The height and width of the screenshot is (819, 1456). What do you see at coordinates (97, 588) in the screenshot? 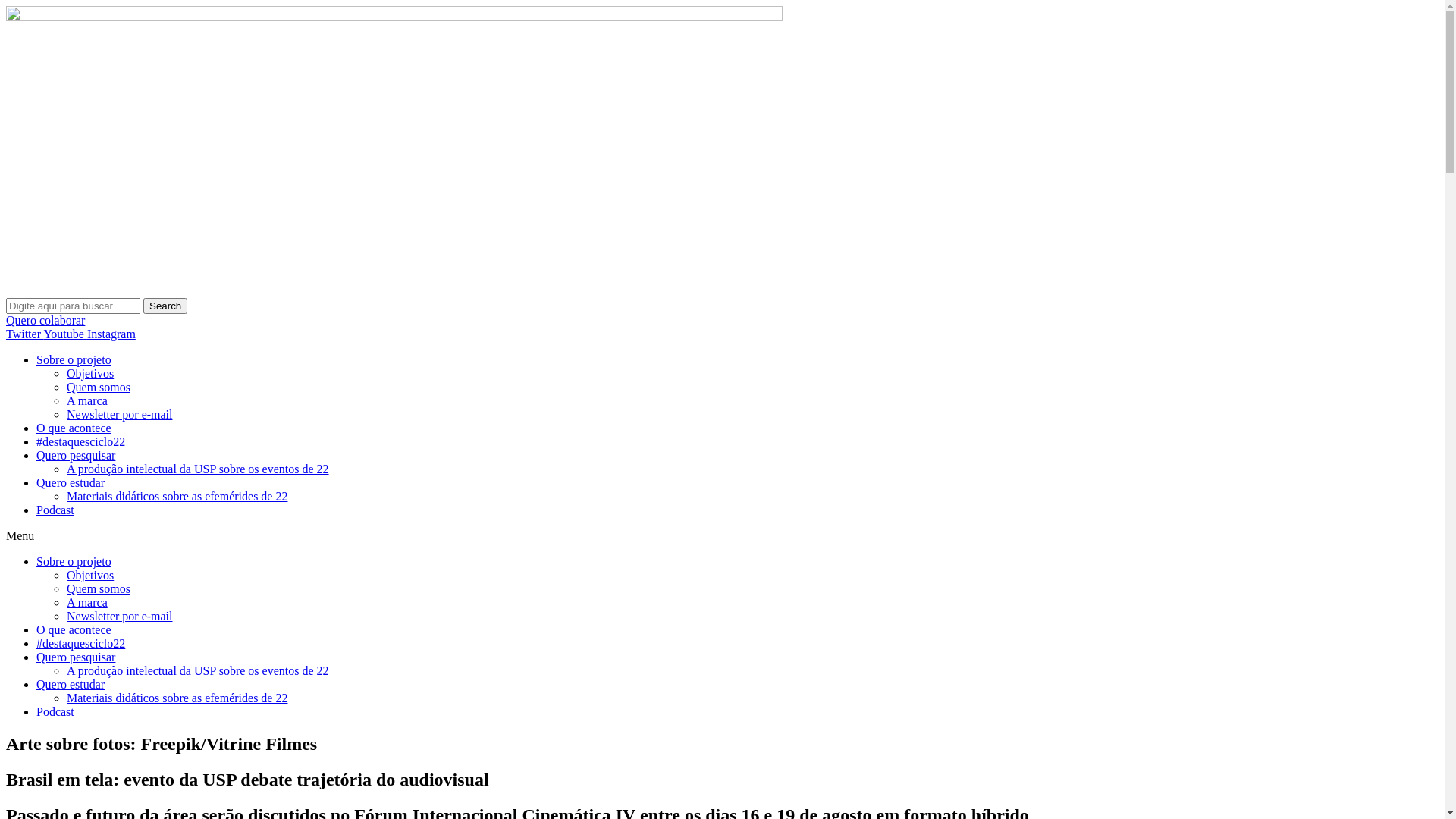
I see `'Quem somos'` at bounding box center [97, 588].